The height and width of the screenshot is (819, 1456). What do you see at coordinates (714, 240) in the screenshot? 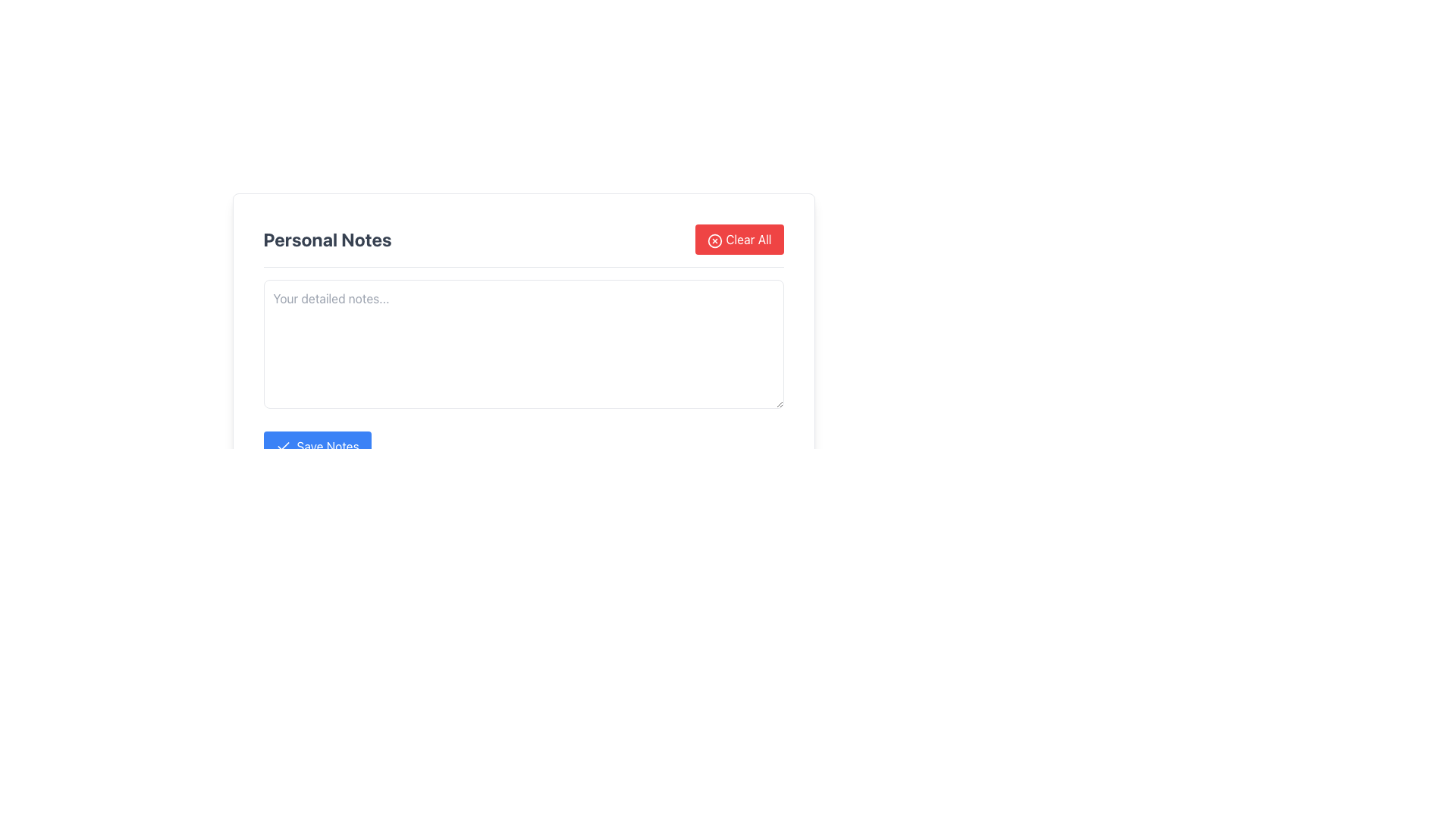
I see `the 'Clear All' button located in the top-right section of the interface, which contains the icon indicating deletion or reset functionality` at bounding box center [714, 240].